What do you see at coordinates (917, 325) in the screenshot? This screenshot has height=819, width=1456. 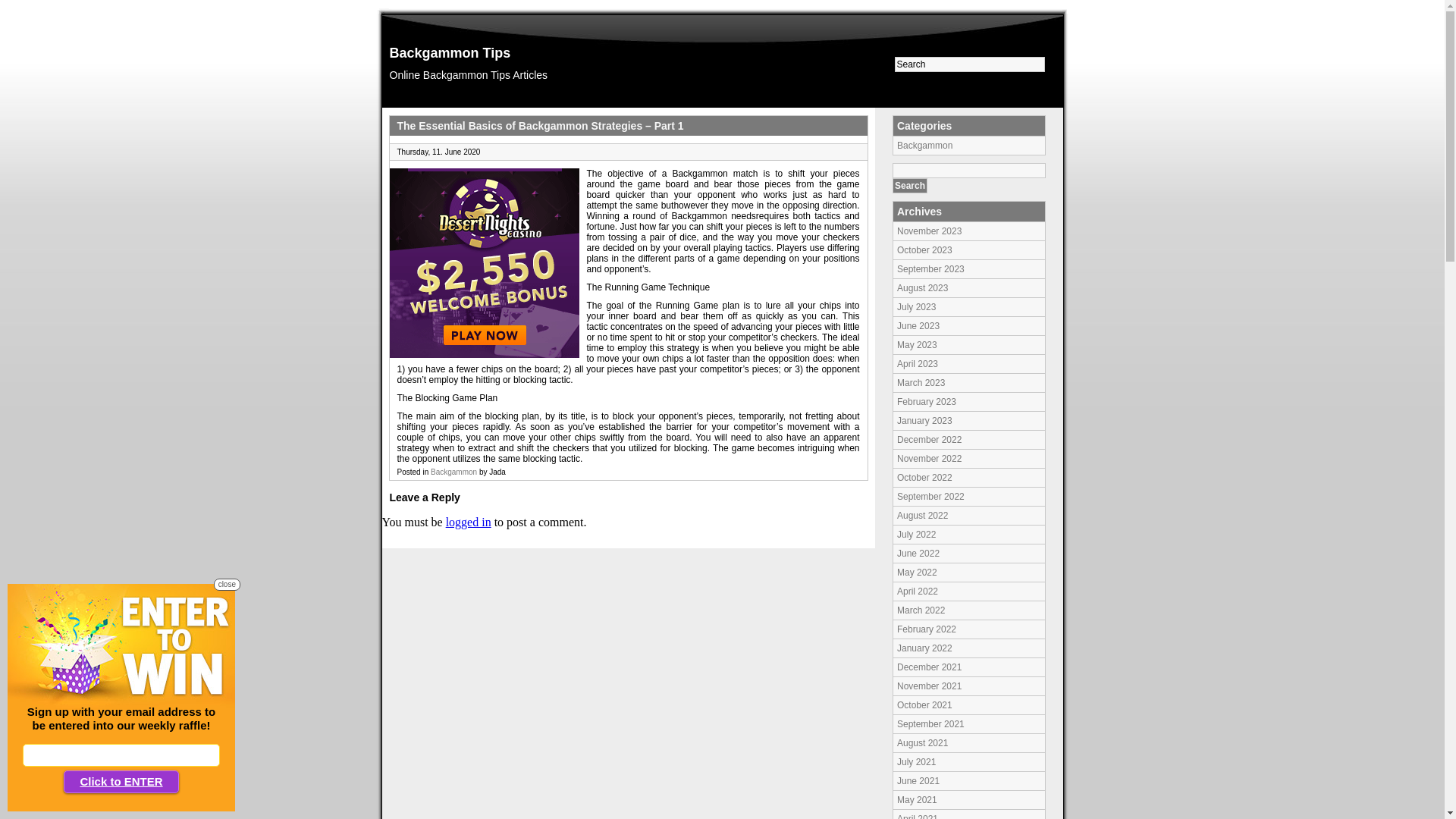 I see `'June 2023'` at bounding box center [917, 325].